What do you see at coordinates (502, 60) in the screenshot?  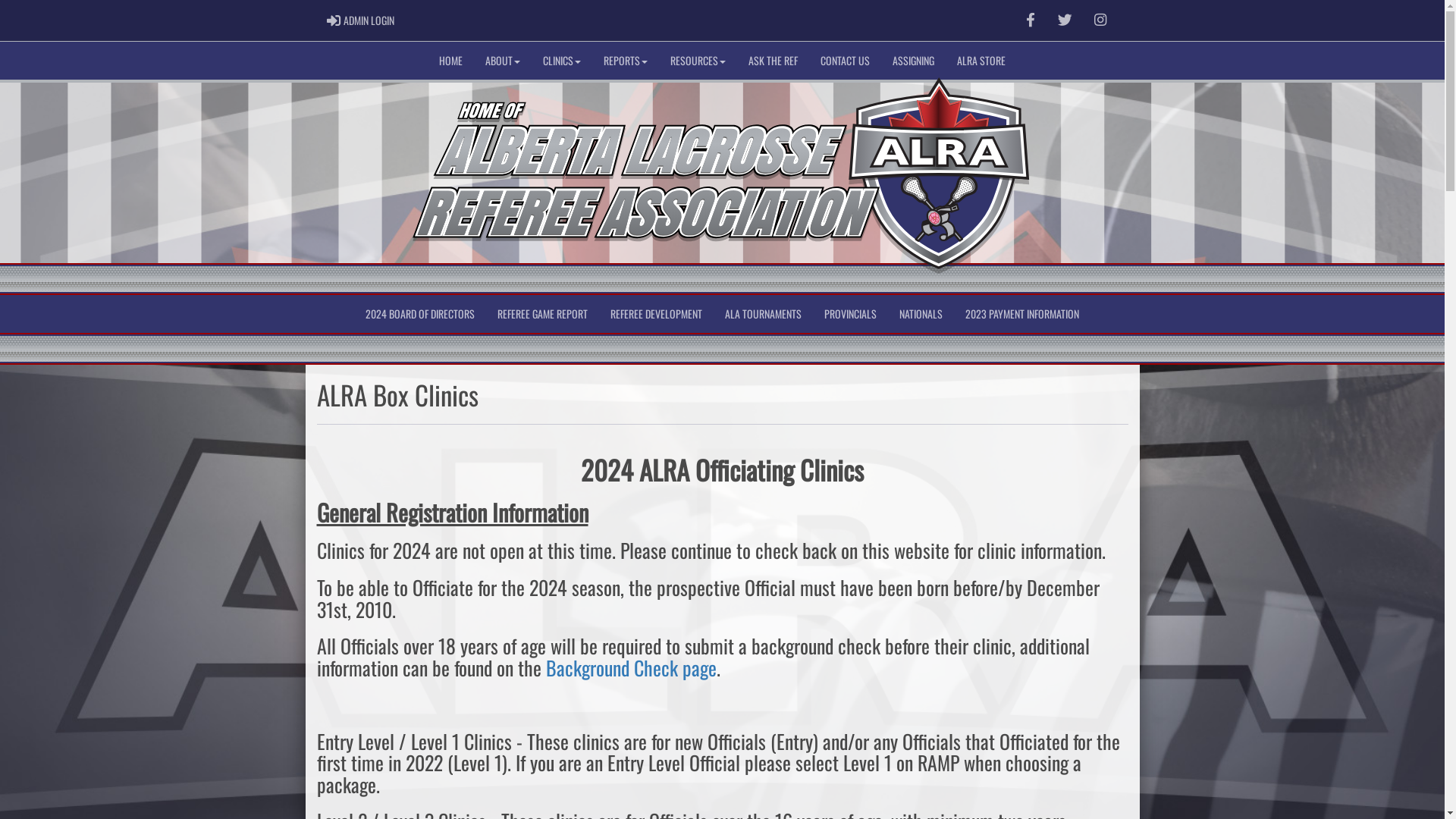 I see `'ABOUT'` at bounding box center [502, 60].